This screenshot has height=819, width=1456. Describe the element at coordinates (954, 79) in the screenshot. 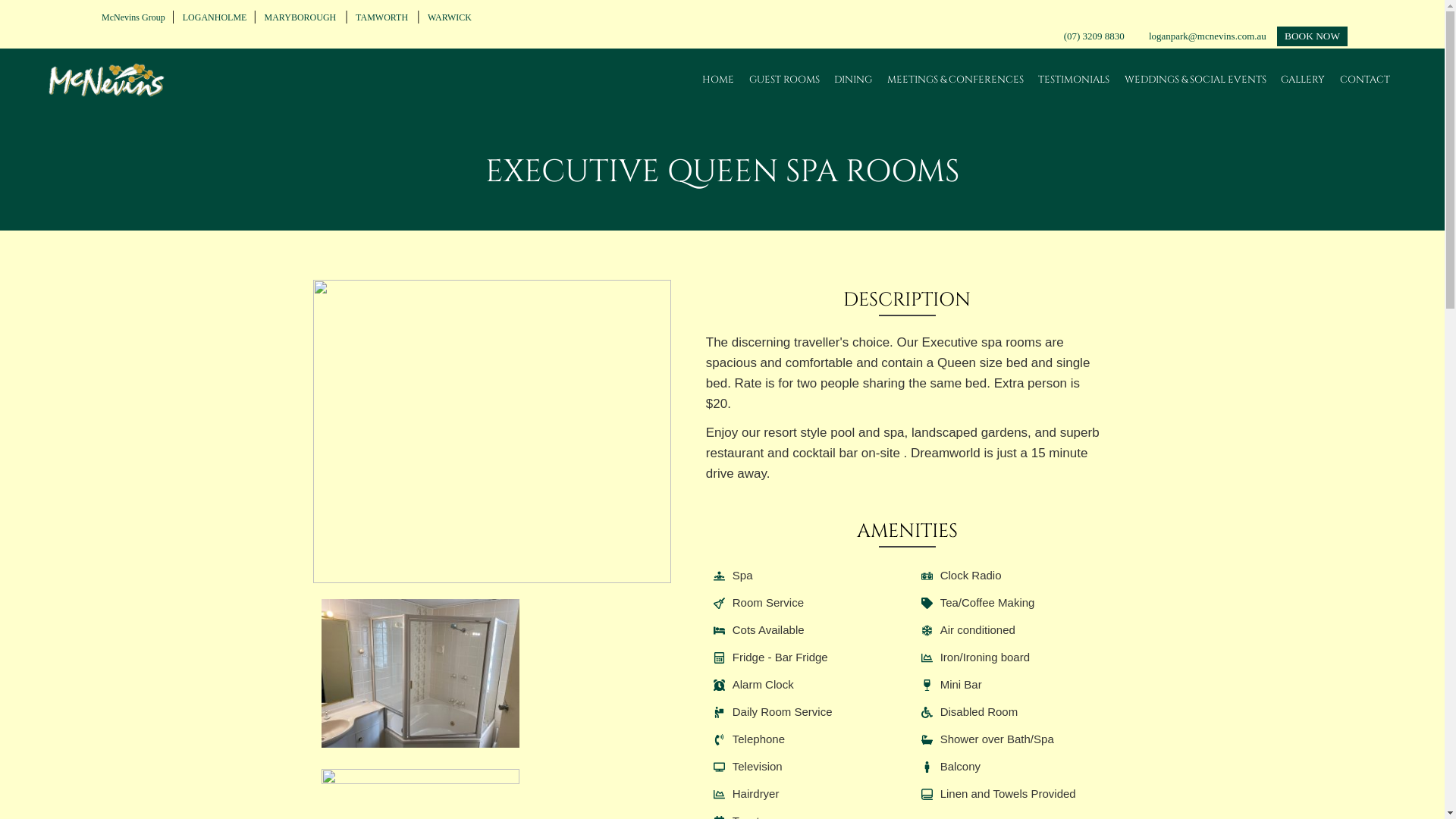

I see `'MEETINGS & CONFERENCES'` at that location.